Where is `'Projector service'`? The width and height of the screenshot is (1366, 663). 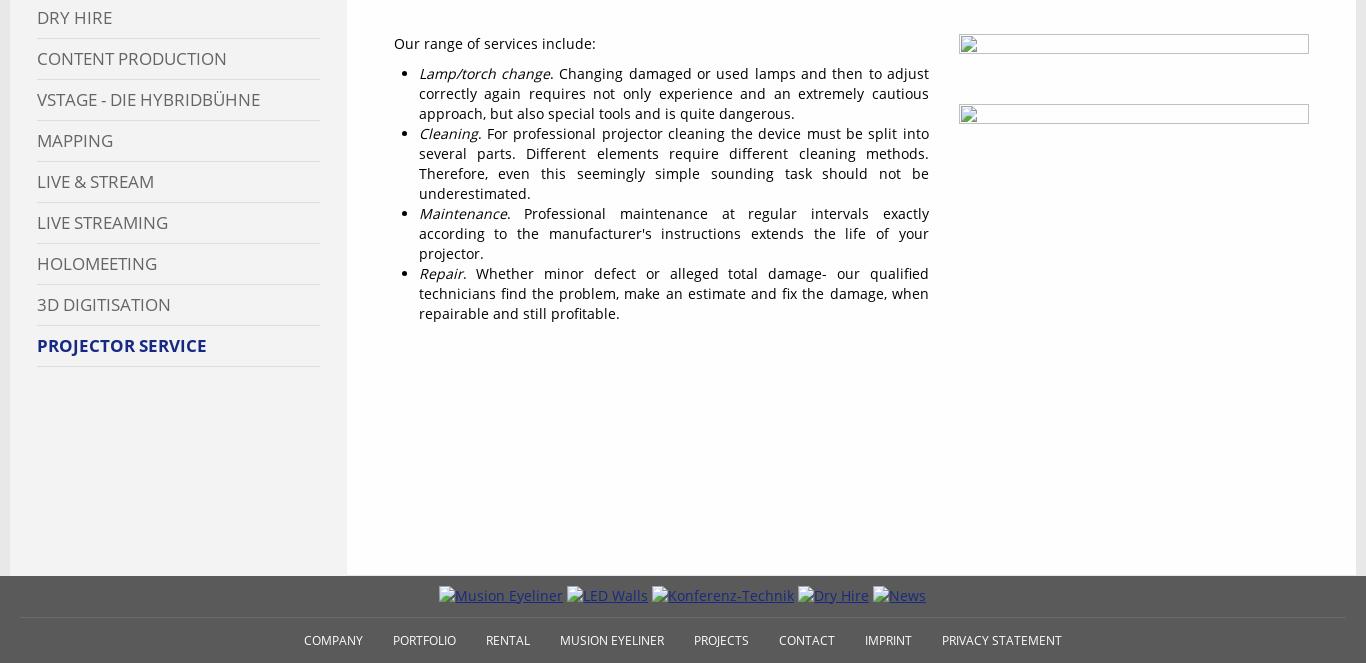 'Projector service' is located at coordinates (120, 344).